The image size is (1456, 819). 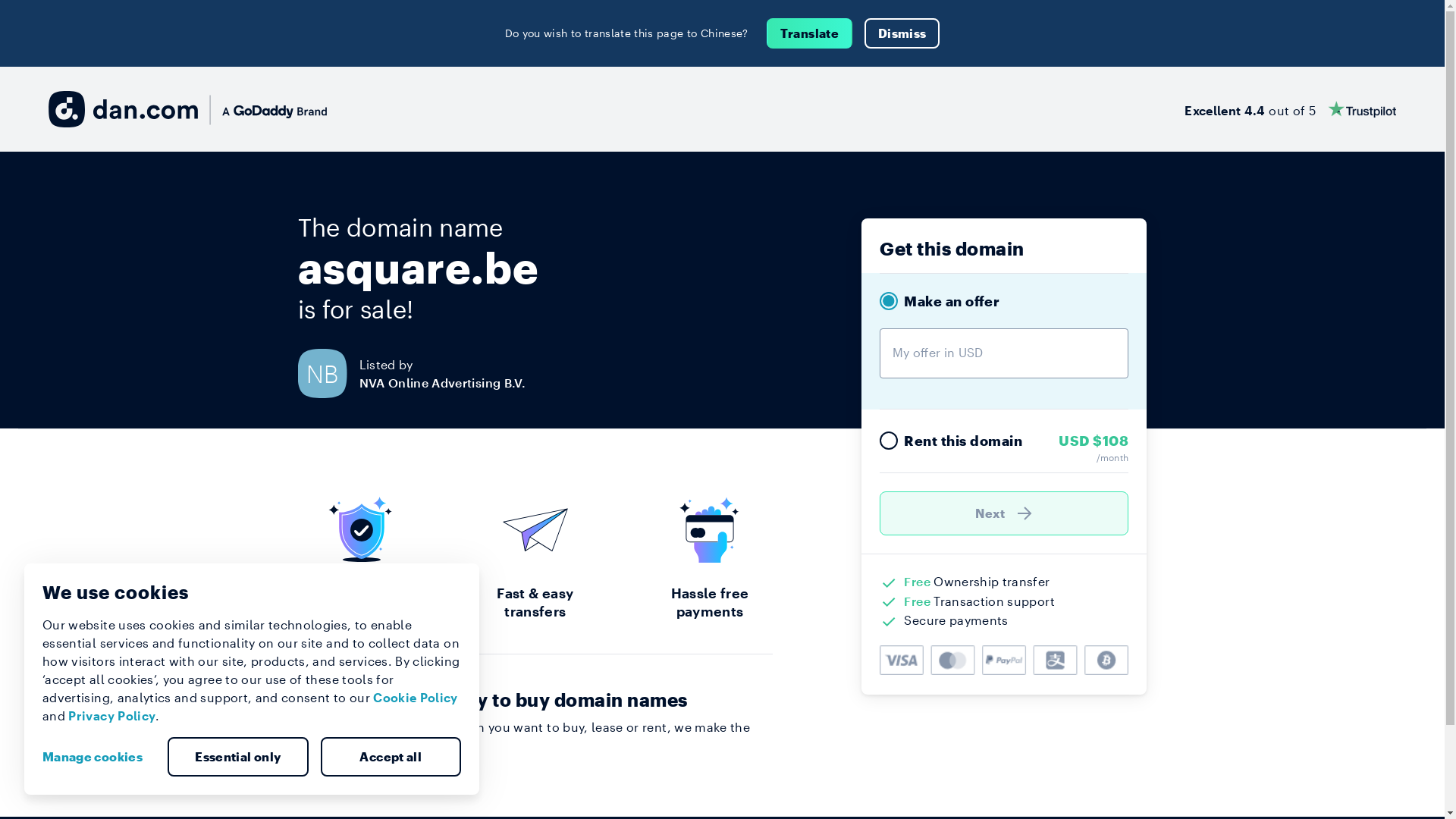 What do you see at coordinates (237, 757) in the screenshot?
I see `'Essential only'` at bounding box center [237, 757].